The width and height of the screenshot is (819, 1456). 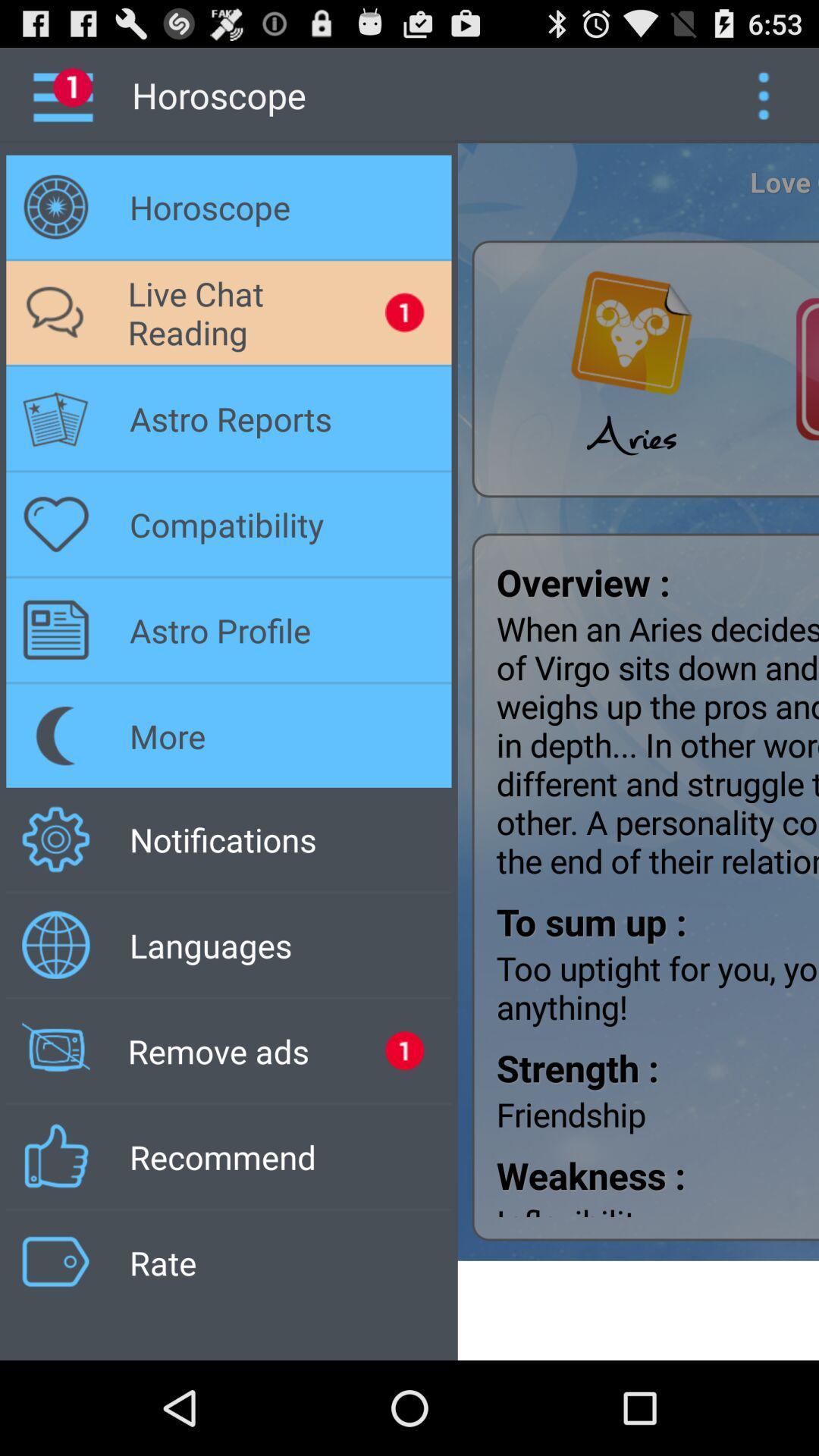 What do you see at coordinates (763, 94) in the screenshot?
I see `item next to the horoscope` at bounding box center [763, 94].